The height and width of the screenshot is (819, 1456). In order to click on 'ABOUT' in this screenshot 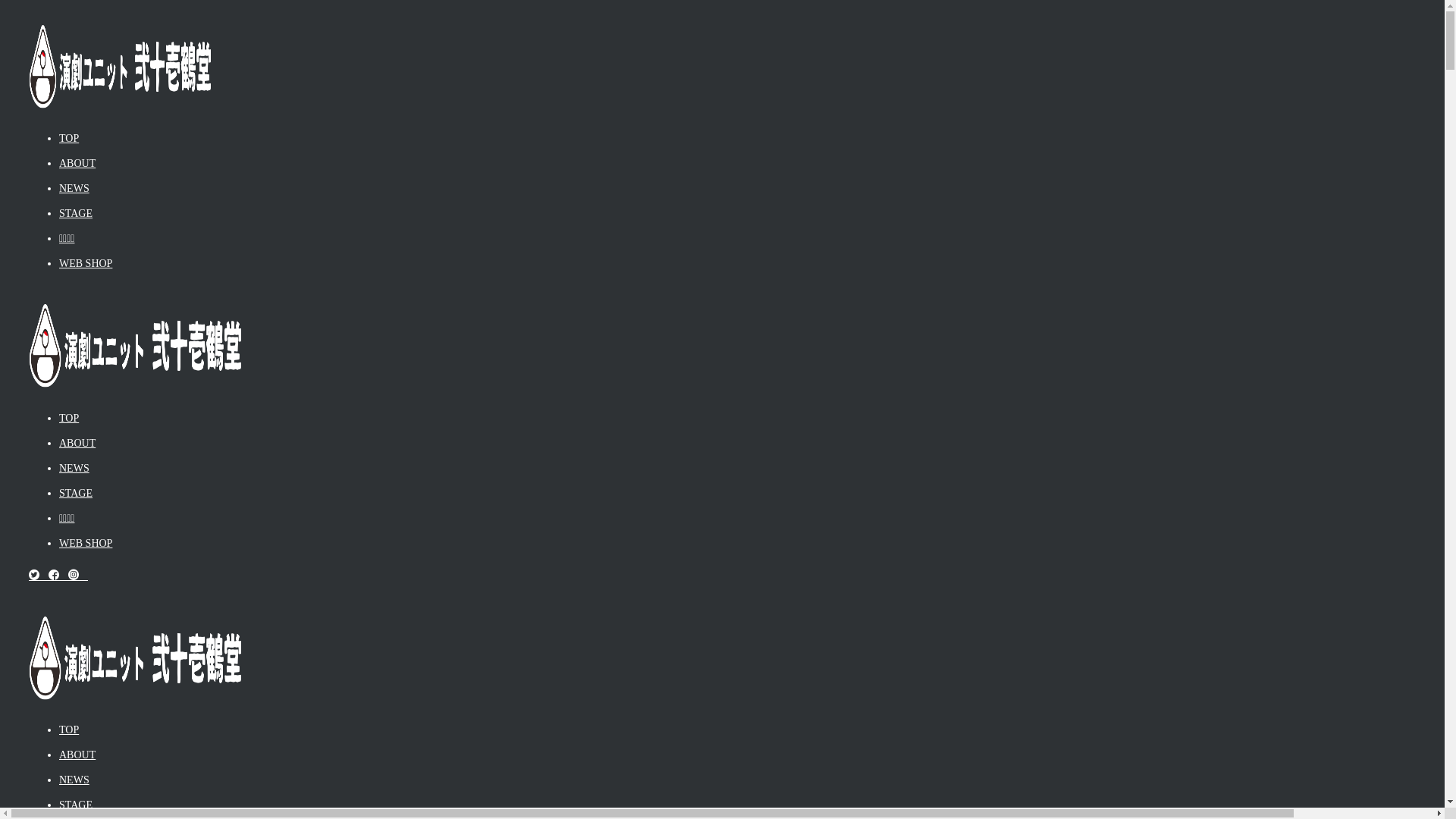, I will do `click(76, 442)`.